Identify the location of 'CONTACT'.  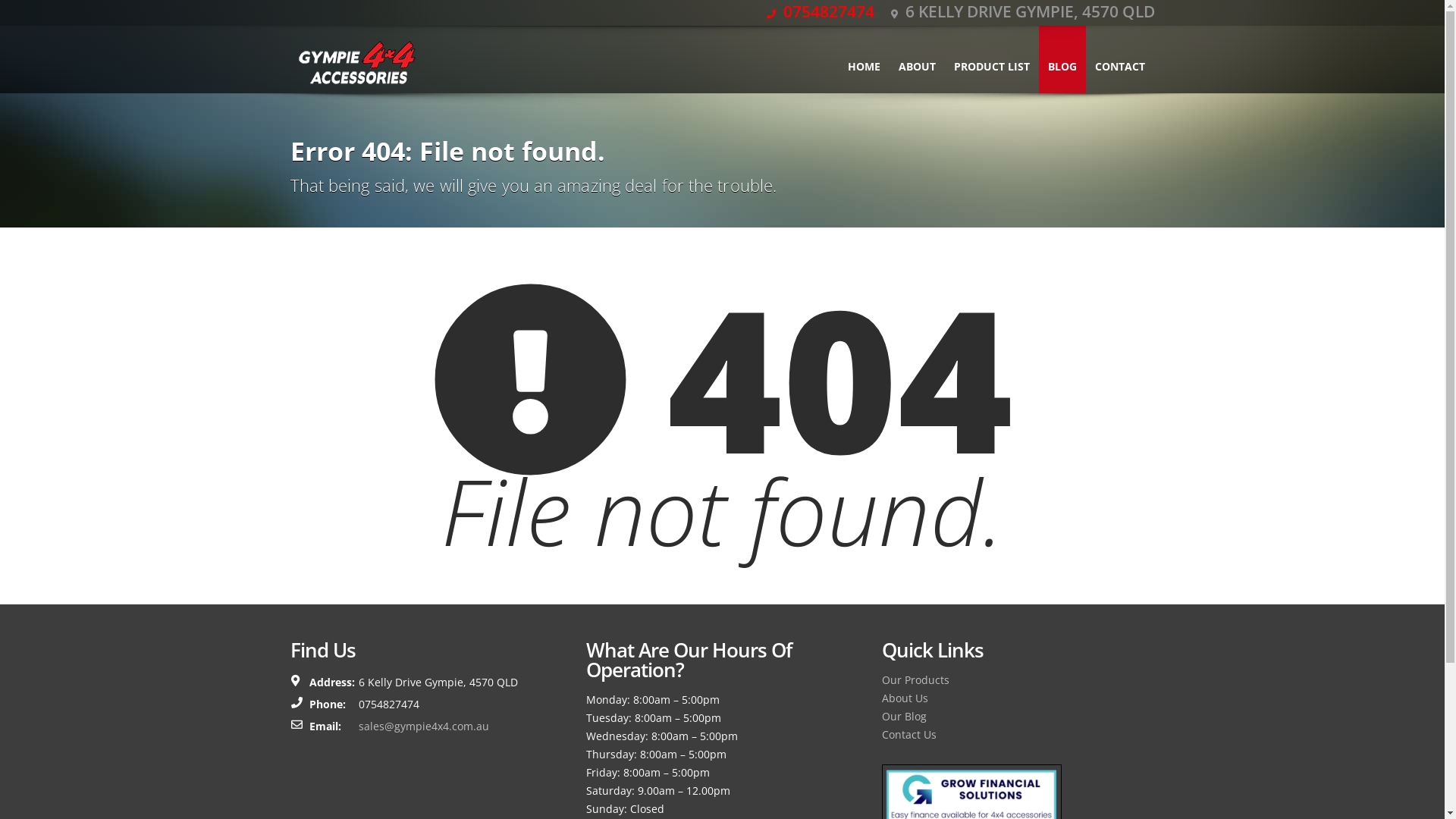
(1120, 58).